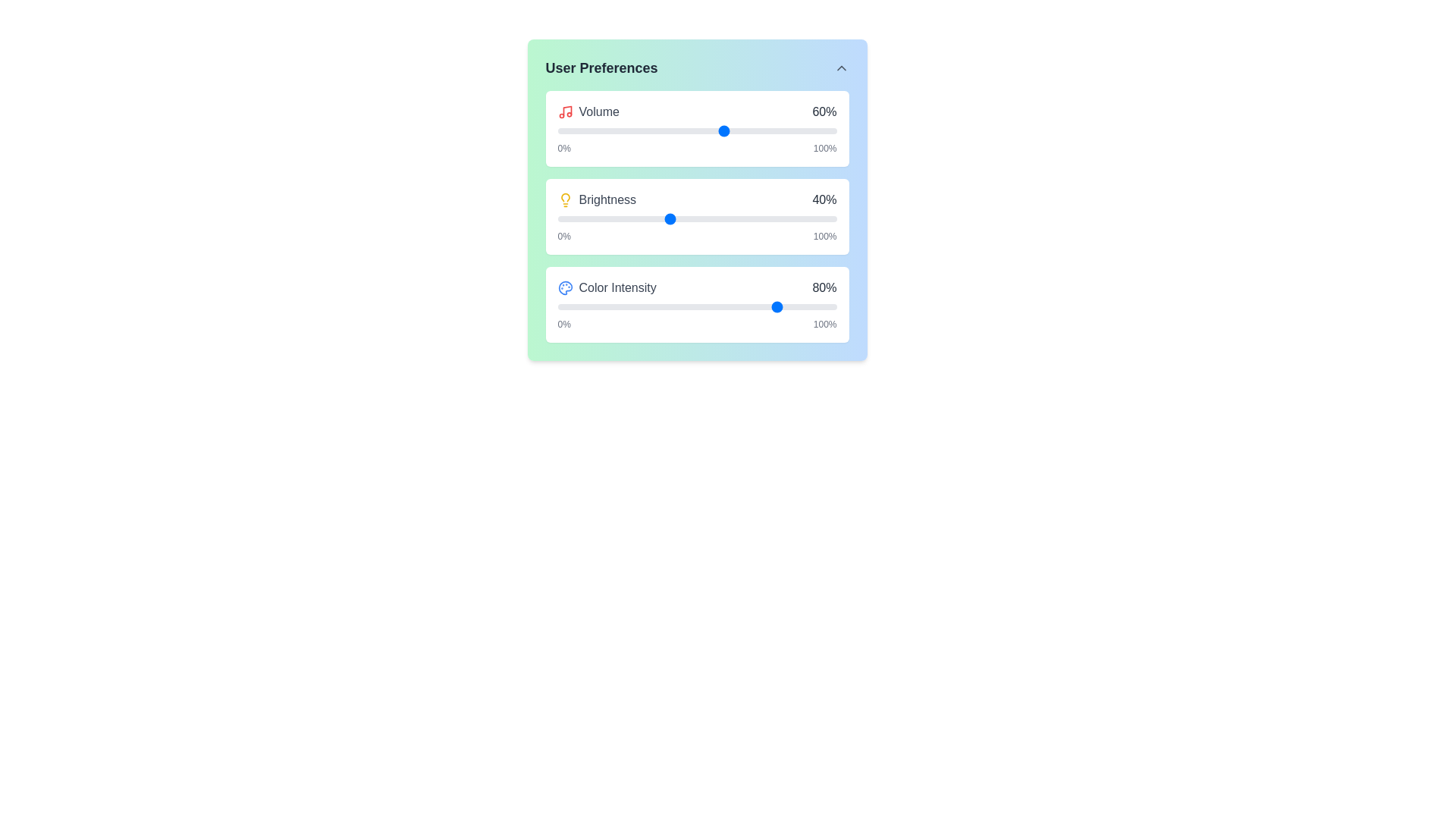 This screenshot has height=819, width=1456. What do you see at coordinates (840, 67) in the screenshot?
I see `the upward-facing chevron icon adjacent to the 'User Preferences' header at the top-right corner of the interface` at bounding box center [840, 67].